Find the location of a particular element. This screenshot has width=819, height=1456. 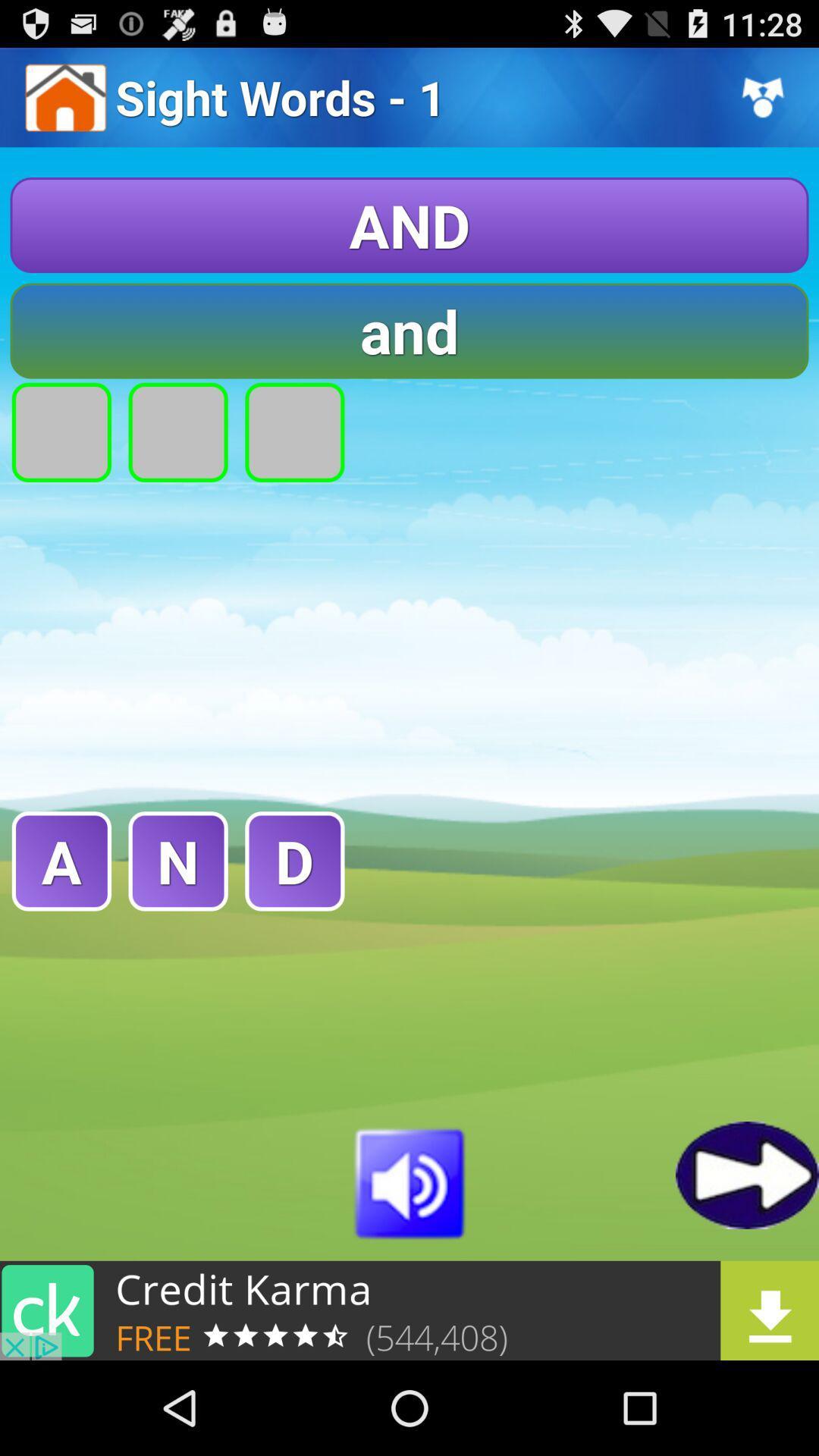

open credit karma advertisement is located at coordinates (409, 1310).